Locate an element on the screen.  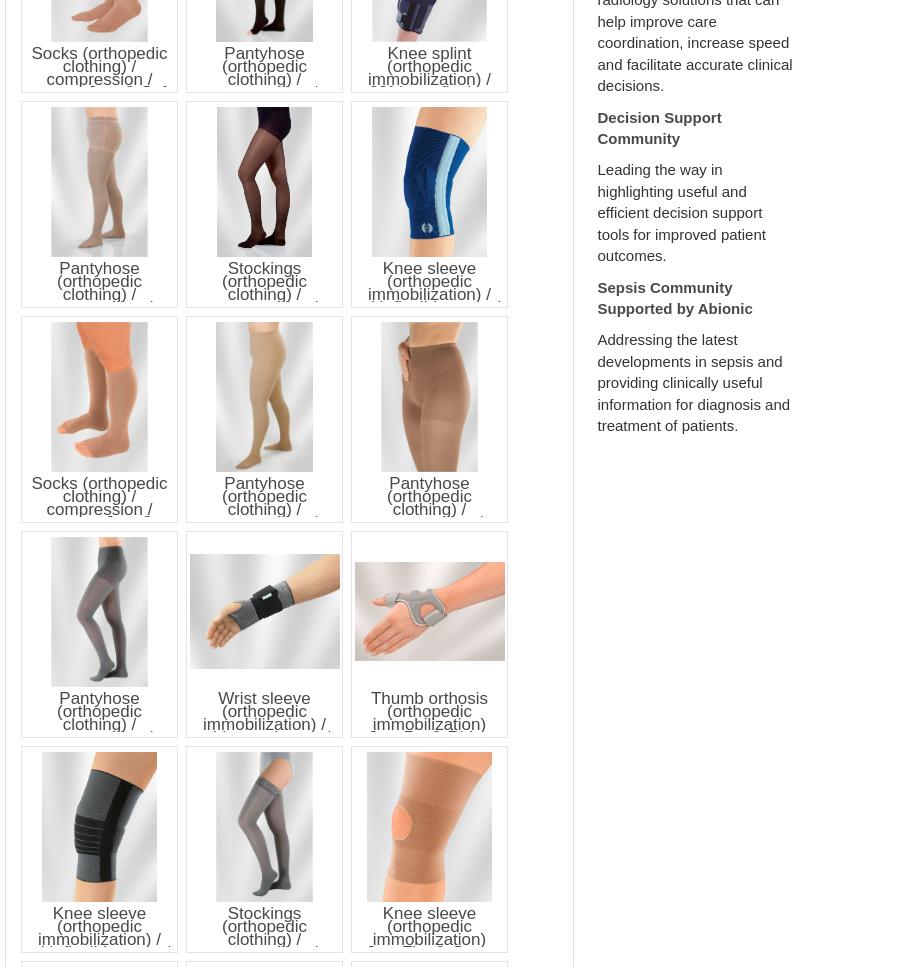
'Knee sleeve (orthopedic immobilization) / with flexible stays / with patellar buttress JuzoFlex® Genuaktiv Juzo' is located at coordinates (428, 306).